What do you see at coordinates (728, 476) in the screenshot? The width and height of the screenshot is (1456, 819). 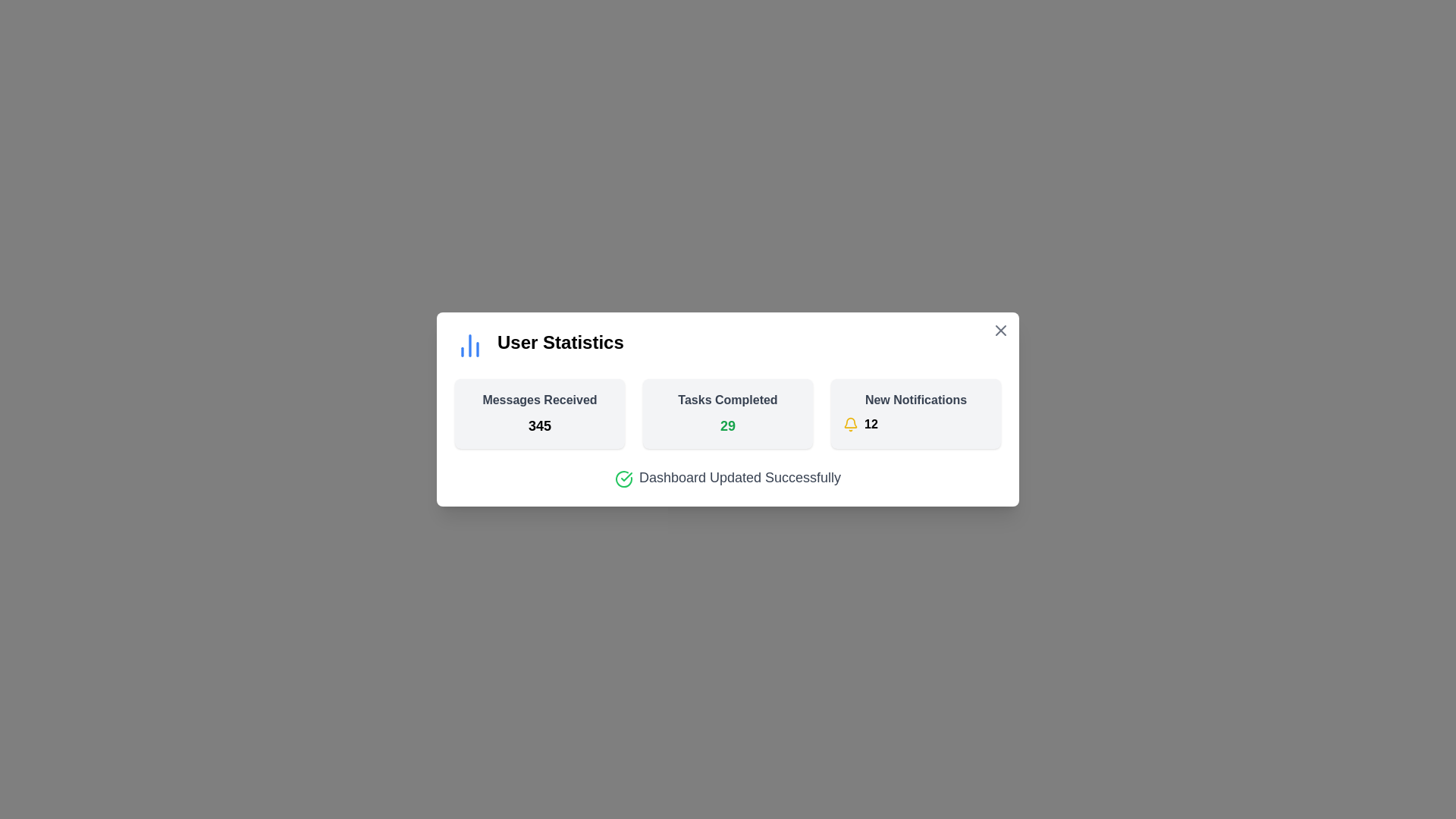 I see `the notification message that displays 'Dashboard Updated Successfully' with a green circular check icon` at bounding box center [728, 476].